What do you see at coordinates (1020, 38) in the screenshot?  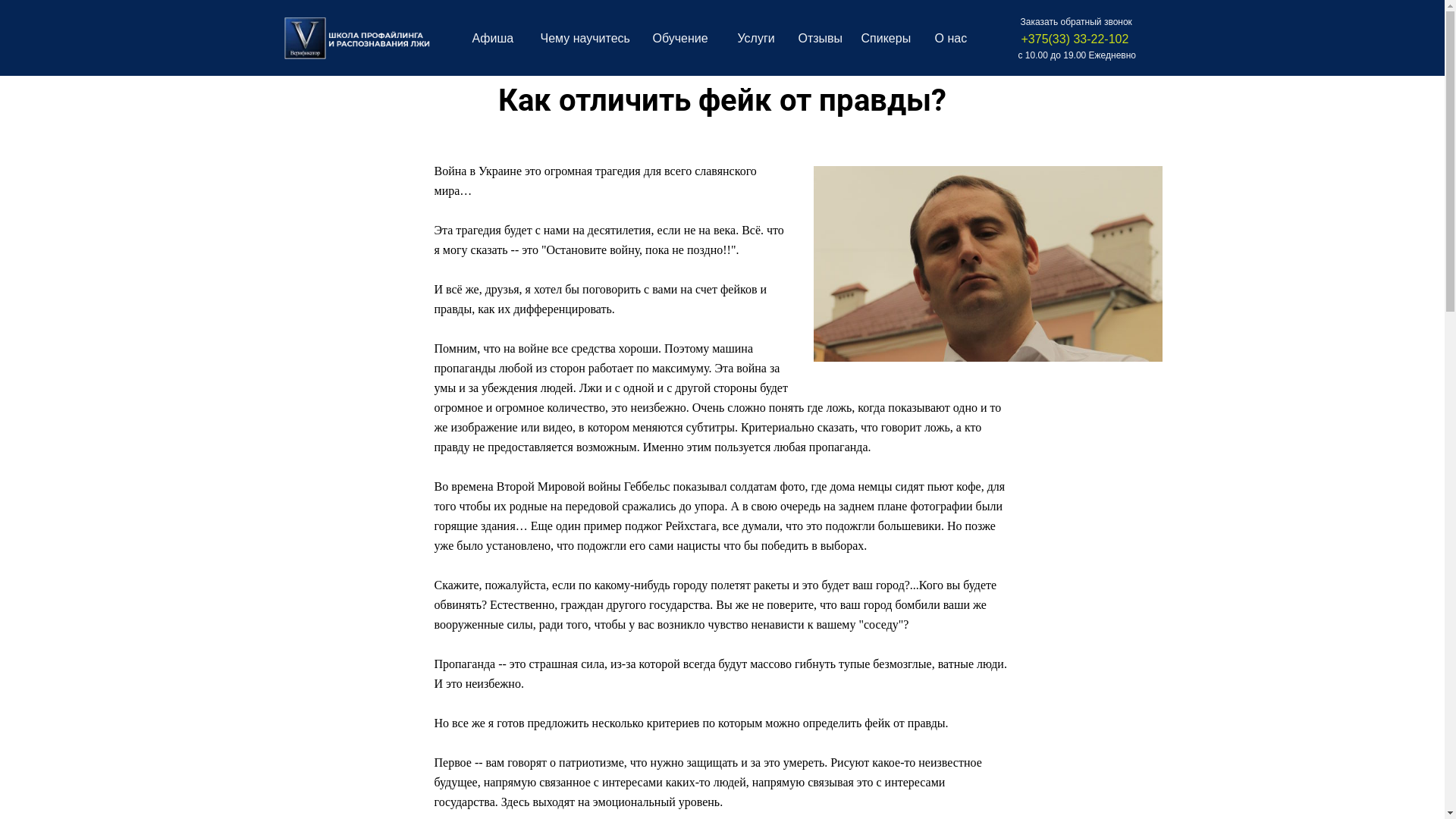 I see `'+375(33) 33-22-102'` at bounding box center [1020, 38].